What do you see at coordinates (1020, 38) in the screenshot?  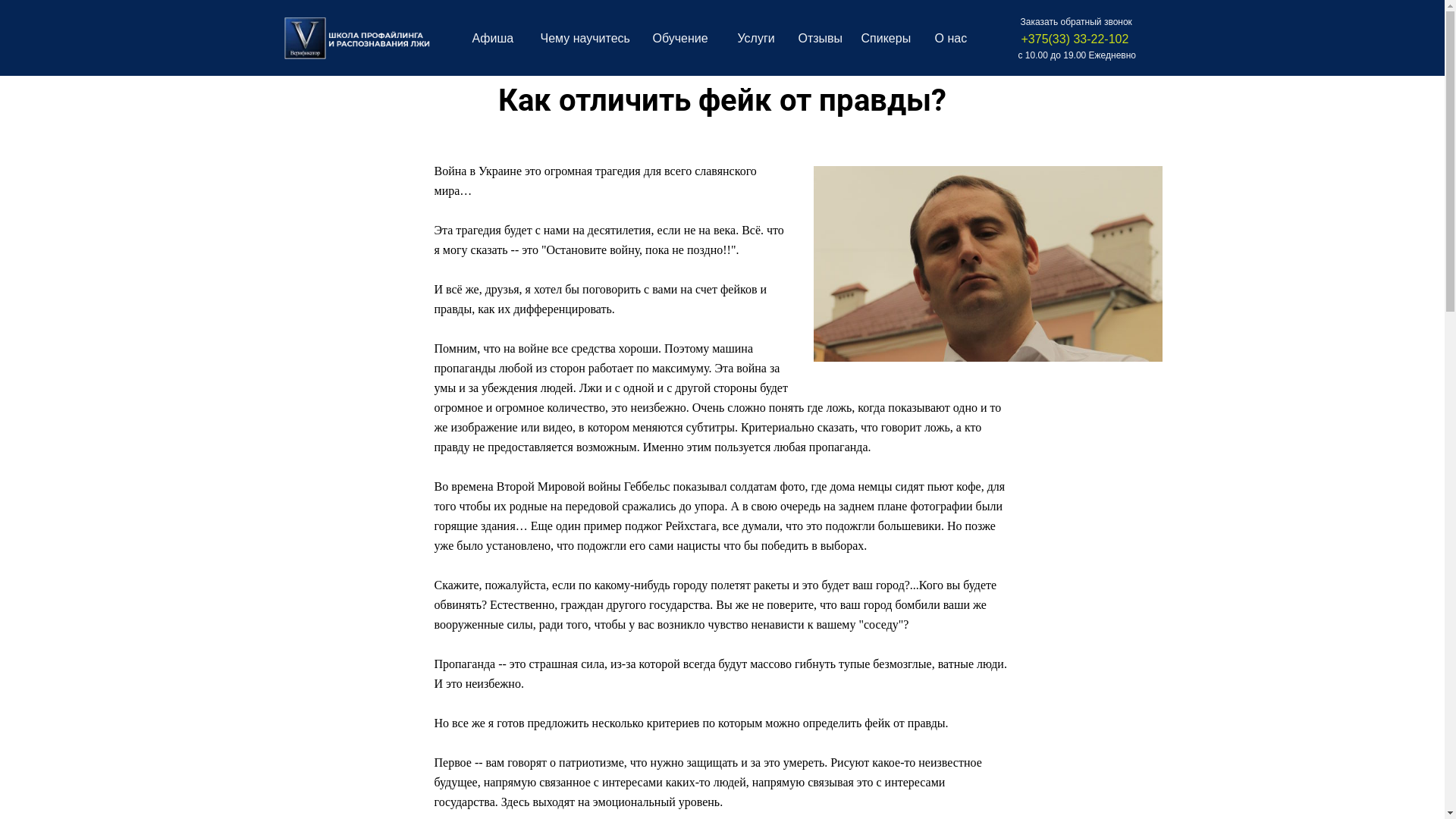 I see `'+375(33) 33-22-102'` at bounding box center [1020, 38].